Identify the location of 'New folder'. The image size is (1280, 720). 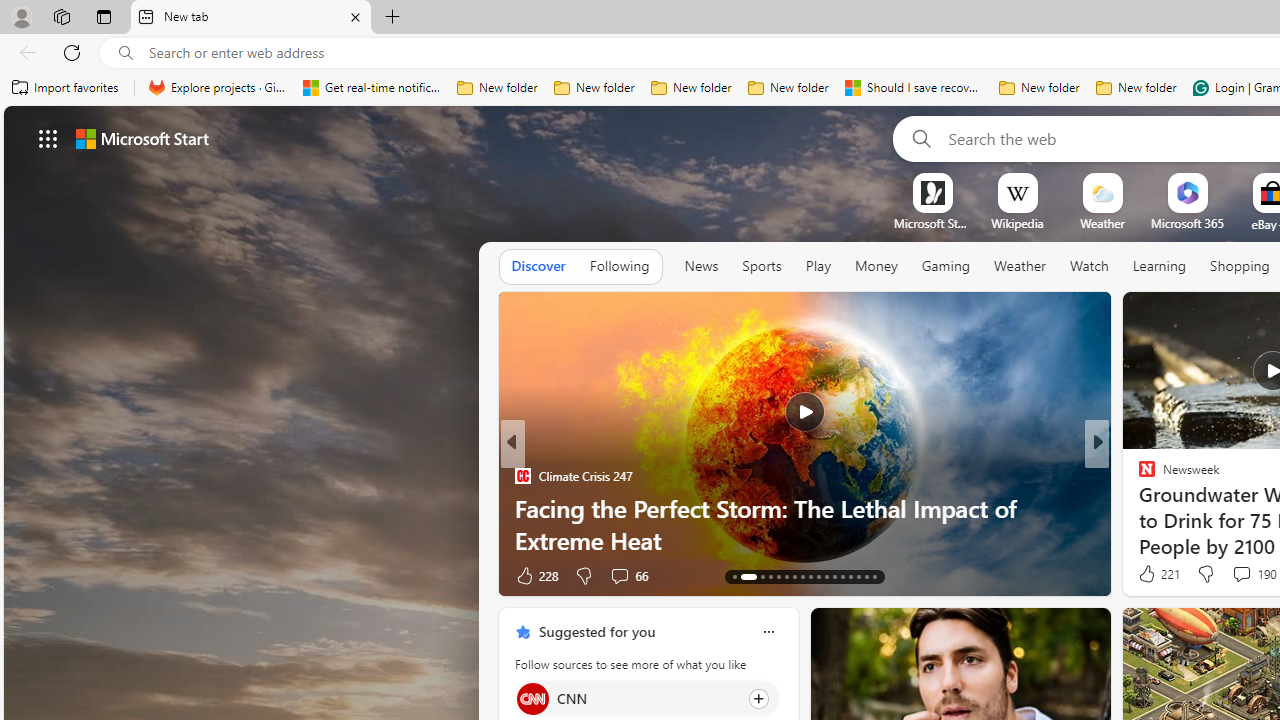
(1136, 87).